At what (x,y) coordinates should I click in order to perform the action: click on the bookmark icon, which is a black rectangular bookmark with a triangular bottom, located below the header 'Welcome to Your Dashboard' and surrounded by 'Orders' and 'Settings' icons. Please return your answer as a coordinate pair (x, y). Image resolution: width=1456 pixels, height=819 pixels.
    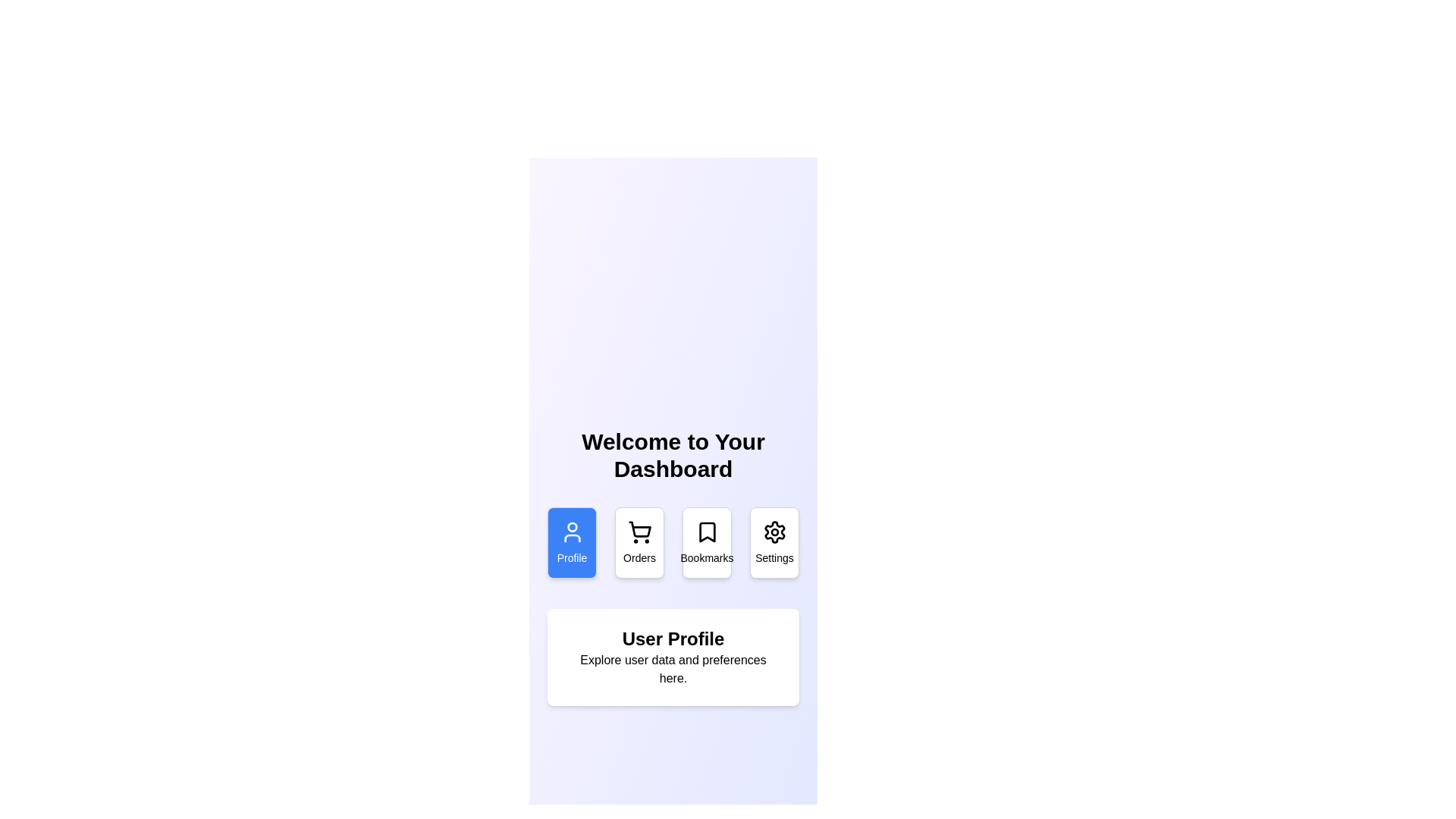
    Looking at the image, I should click on (706, 532).